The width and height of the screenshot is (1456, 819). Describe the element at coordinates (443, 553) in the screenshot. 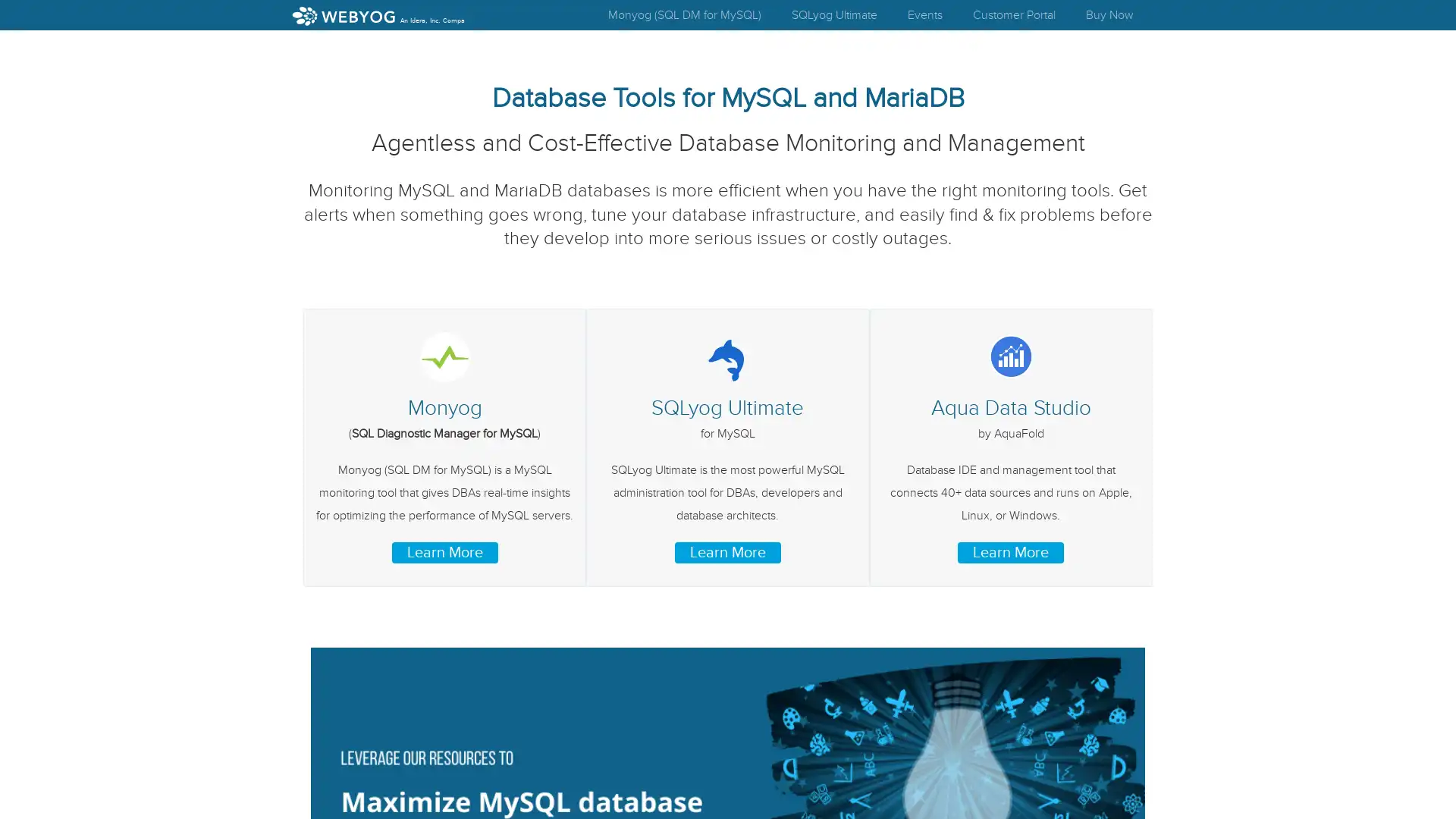

I see `Learn More` at that location.